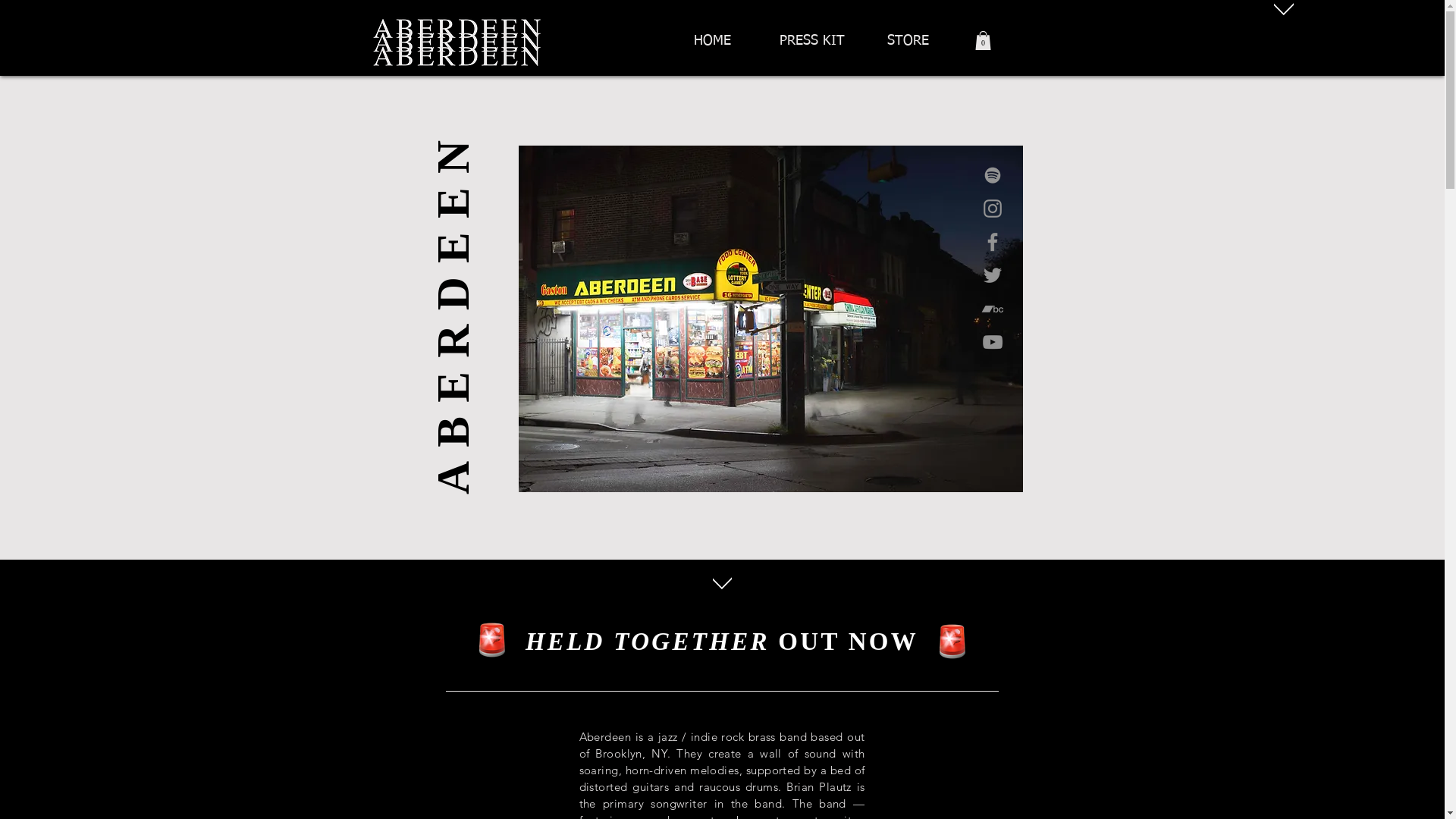  I want to click on 'STORE', so click(908, 40).